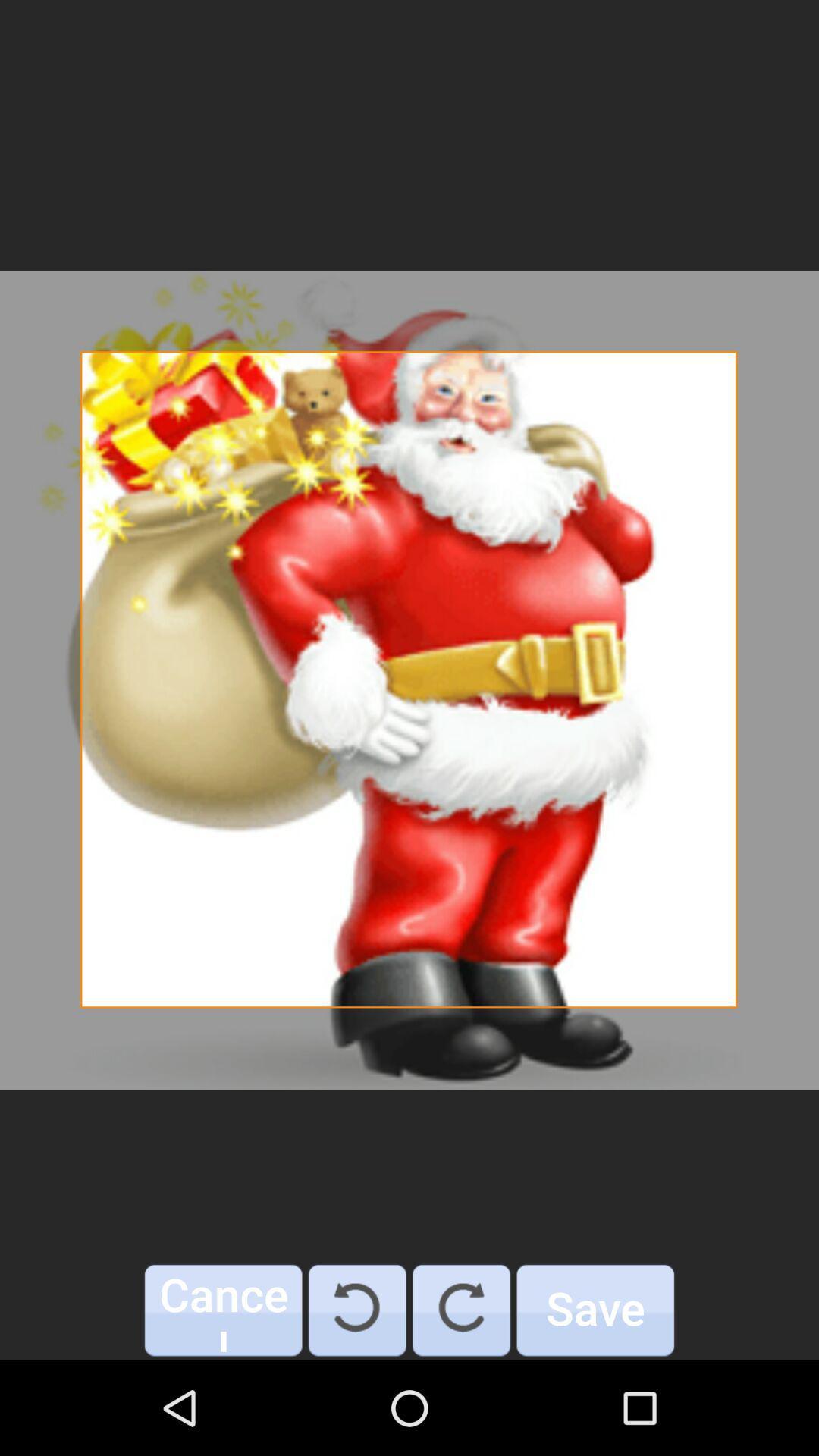 The image size is (819, 1456). Describe the element at coordinates (460, 1310) in the screenshot. I see `the refresh icon` at that location.